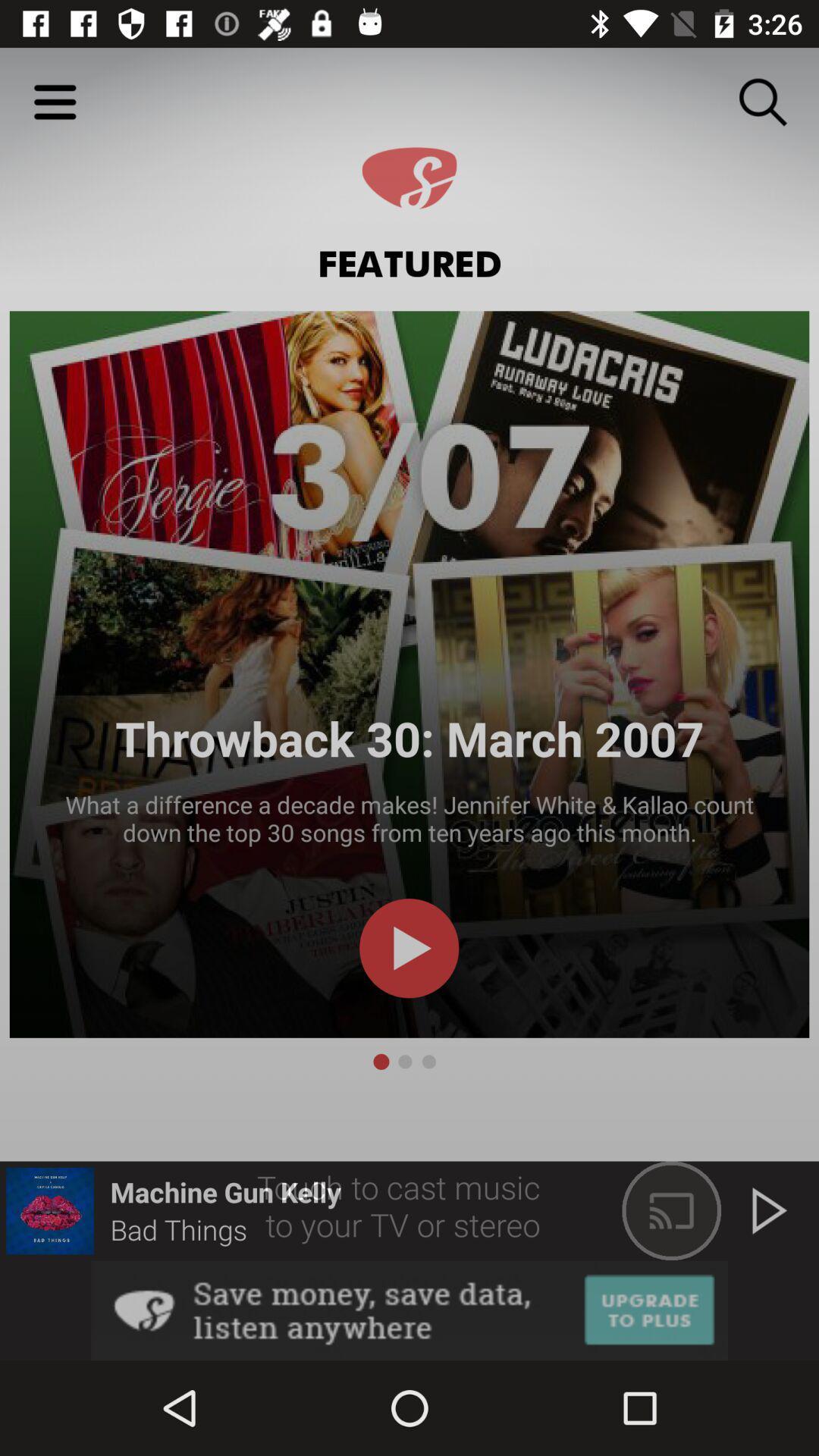 The height and width of the screenshot is (1456, 819). Describe the element at coordinates (409, 673) in the screenshot. I see `throwback 30 march 2007` at that location.